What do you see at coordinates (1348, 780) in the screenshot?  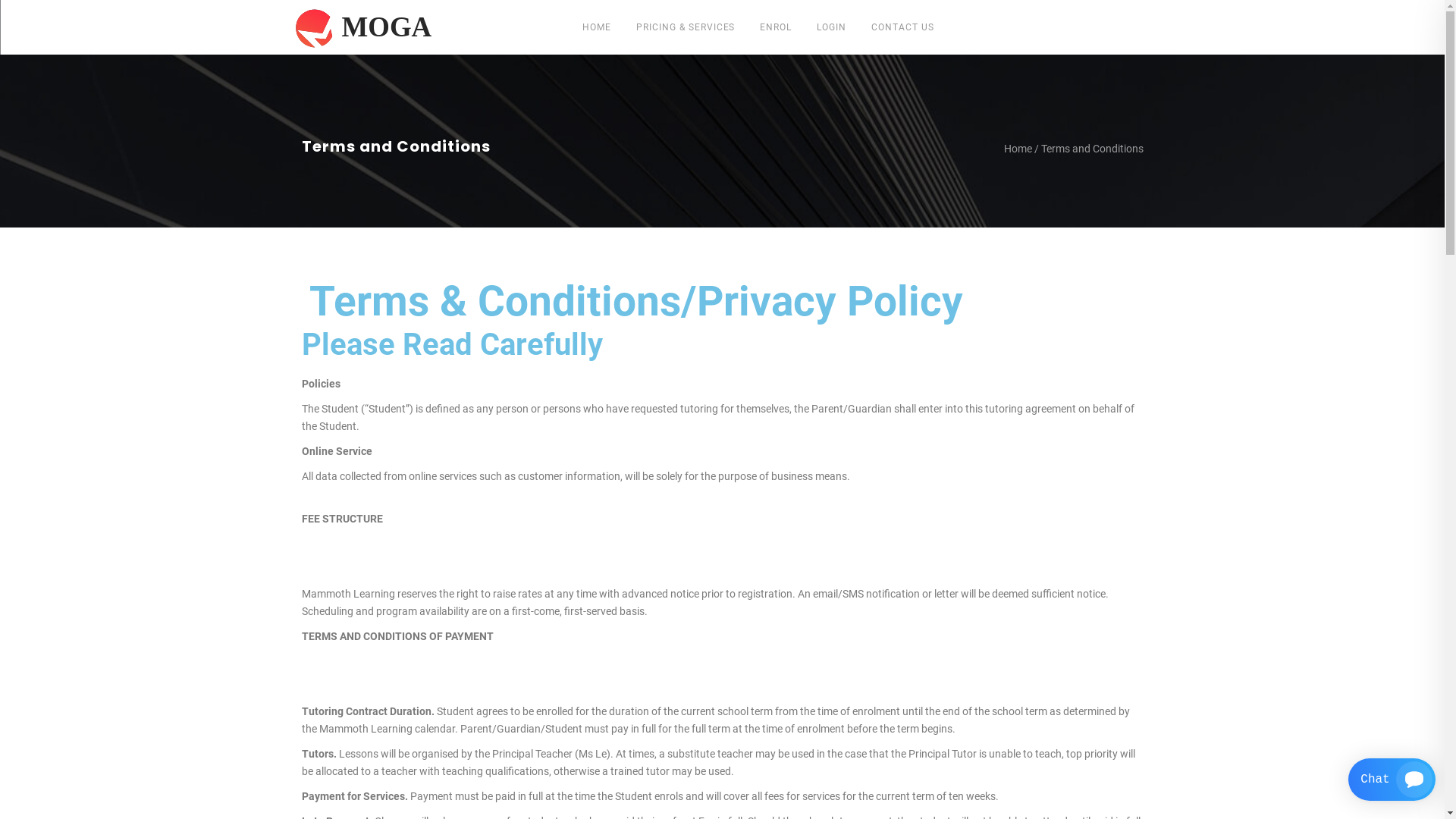 I see `'Smartsupp widget button'` at bounding box center [1348, 780].